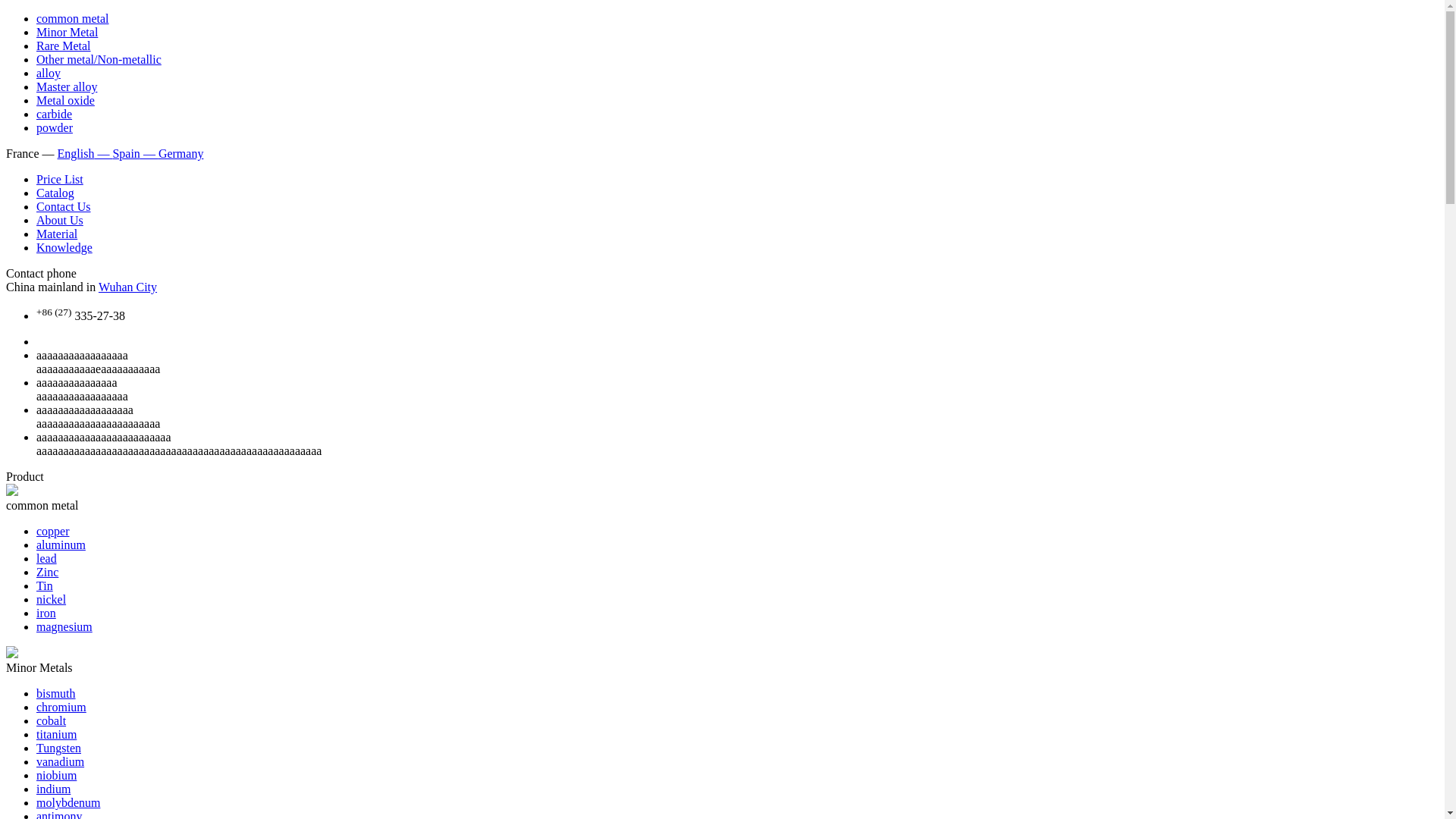  Describe the element at coordinates (36, 761) in the screenshot. I see `'vanadium'` at that location.